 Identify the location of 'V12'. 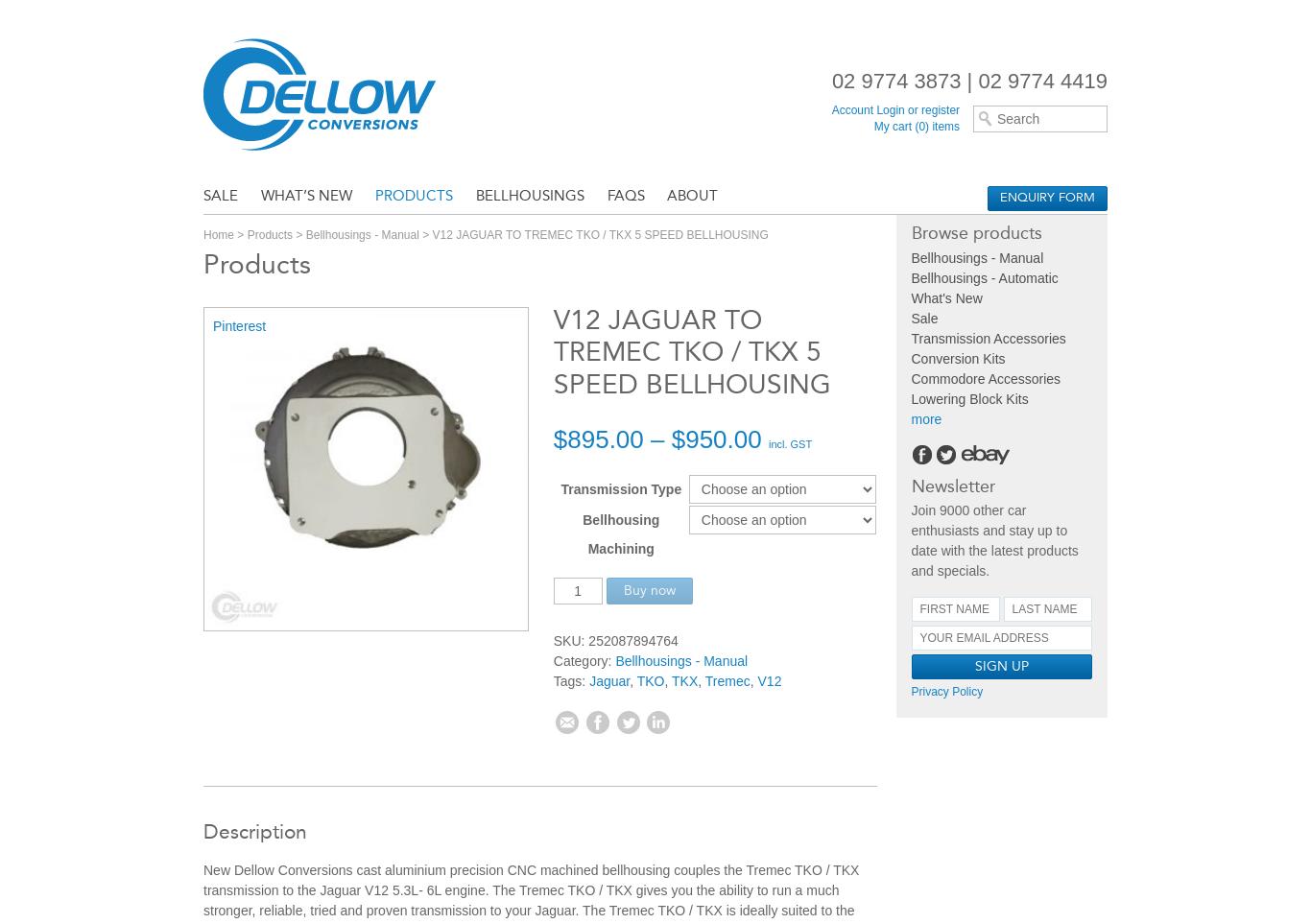
(768, 680).